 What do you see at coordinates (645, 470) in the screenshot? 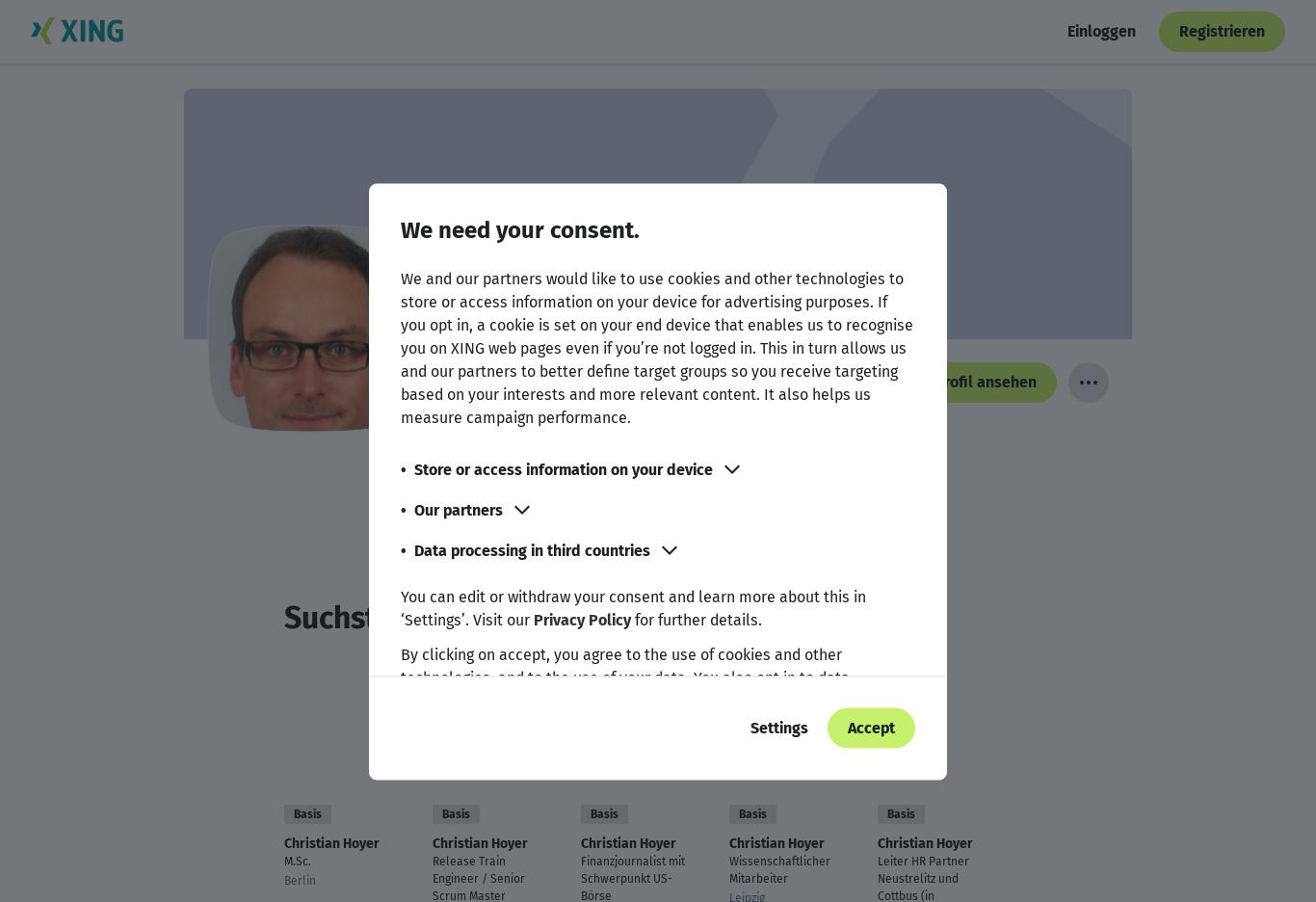
I see `', Deutschland'` at bounding box center [645, 470].